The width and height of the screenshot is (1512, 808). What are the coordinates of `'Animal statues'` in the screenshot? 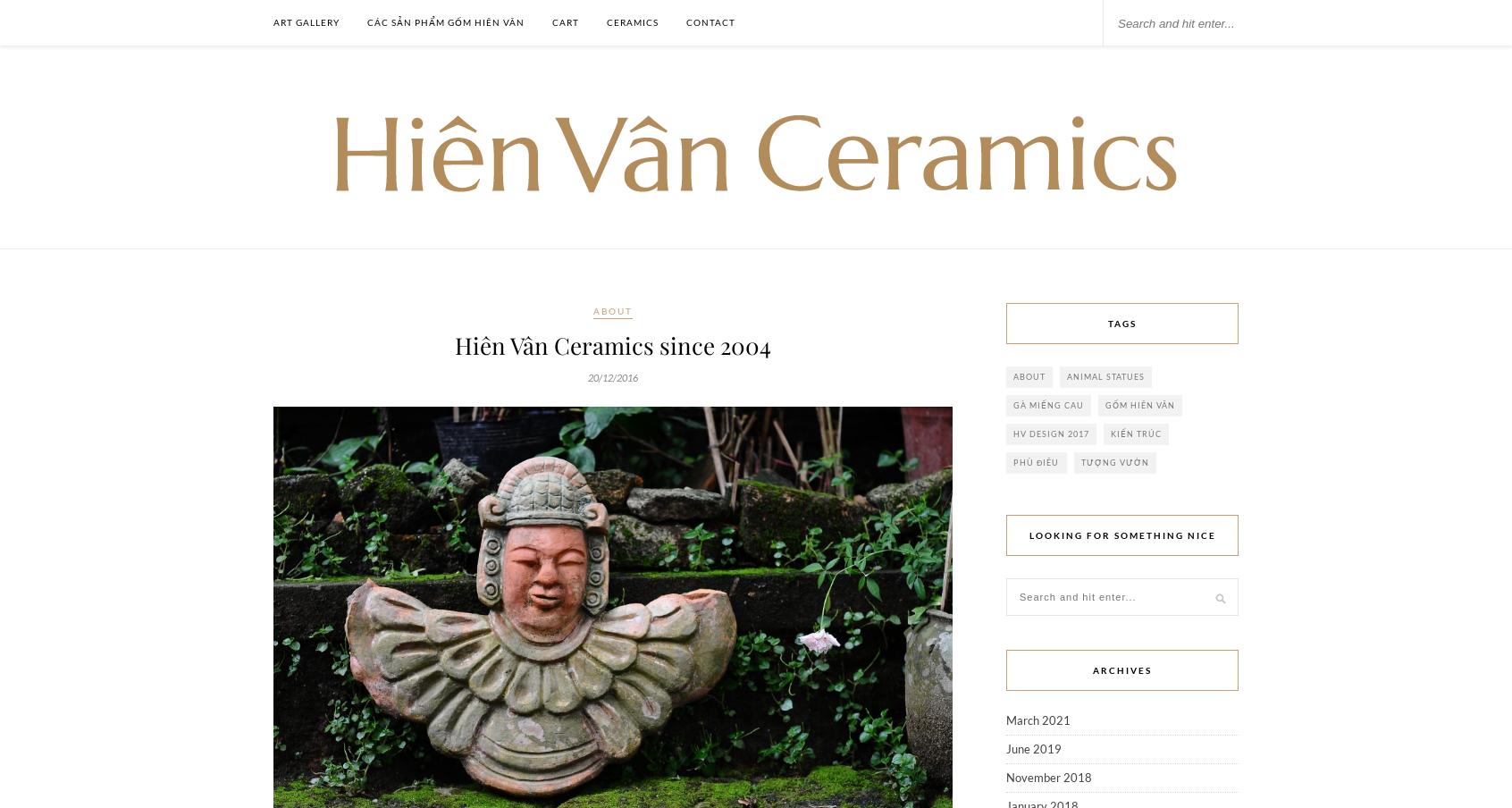 It's located at (1105, 376).